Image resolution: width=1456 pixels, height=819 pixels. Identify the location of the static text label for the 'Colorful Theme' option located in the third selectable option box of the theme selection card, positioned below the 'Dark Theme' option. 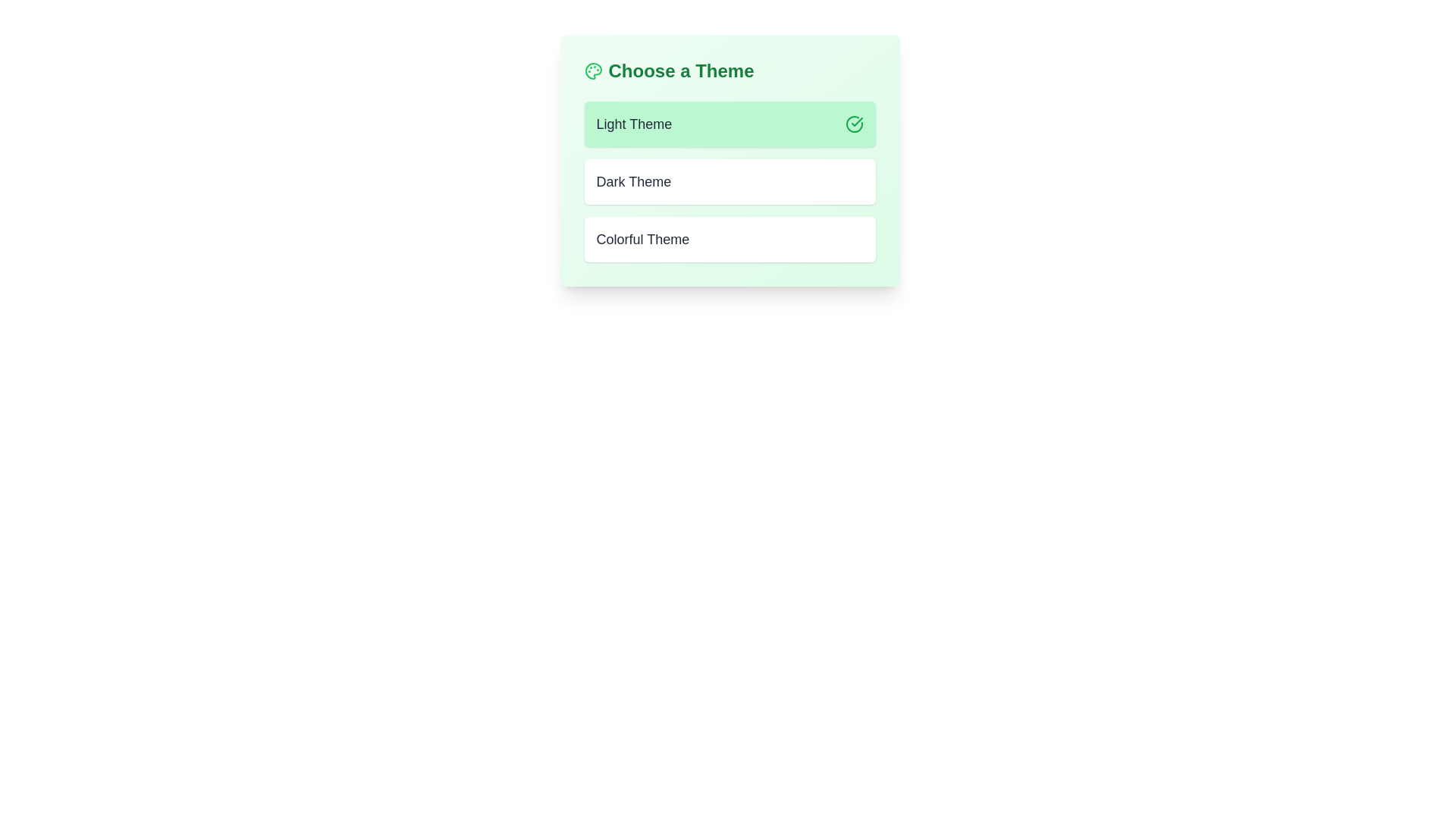
(642, 239).